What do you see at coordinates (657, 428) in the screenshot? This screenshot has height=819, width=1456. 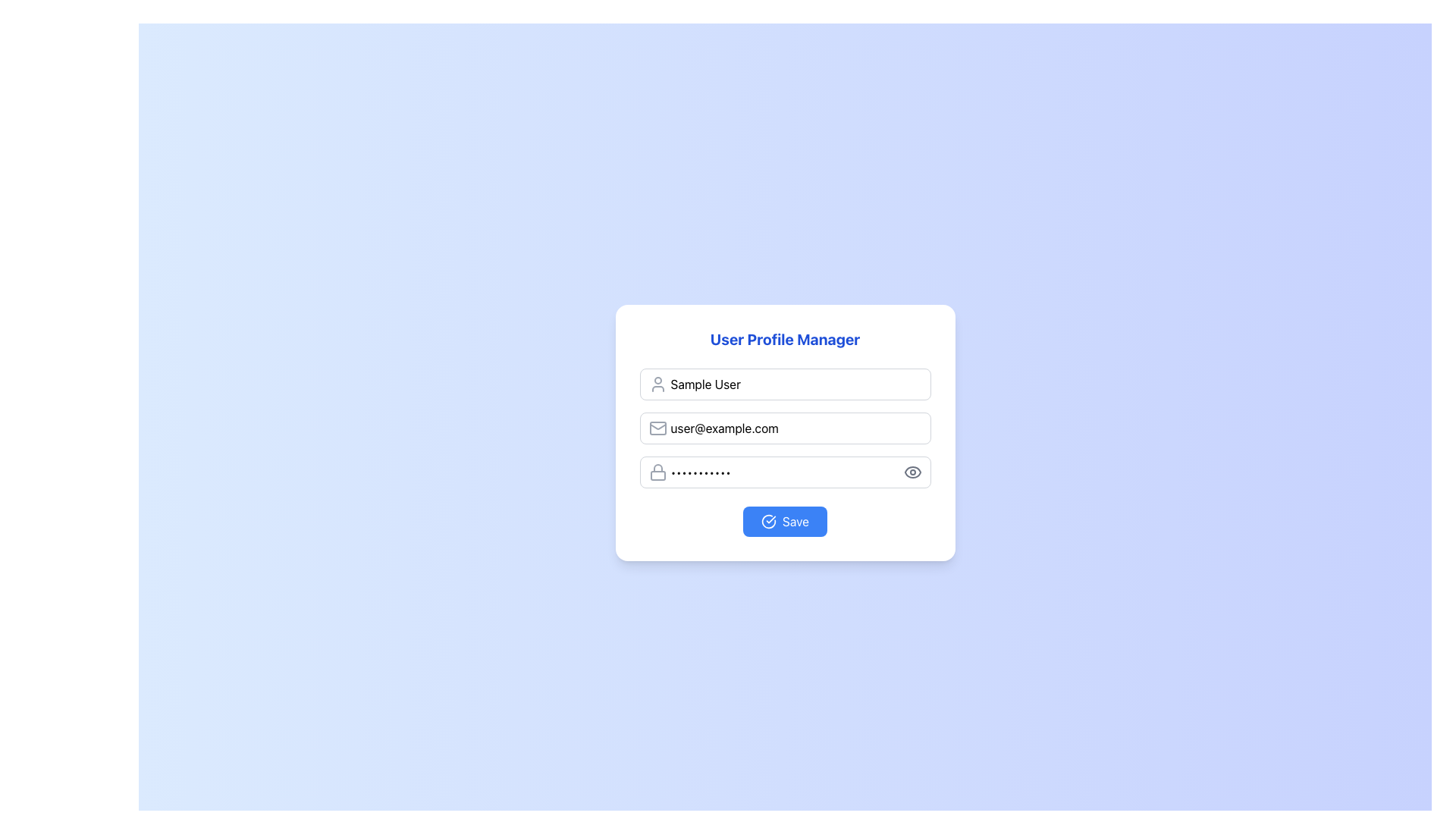 I see `the envelope icon component, which serves as the primary body of the email address input indicator, located to the left of the email address field in the User Profile Manager interface` at bounding box center [657, 428].